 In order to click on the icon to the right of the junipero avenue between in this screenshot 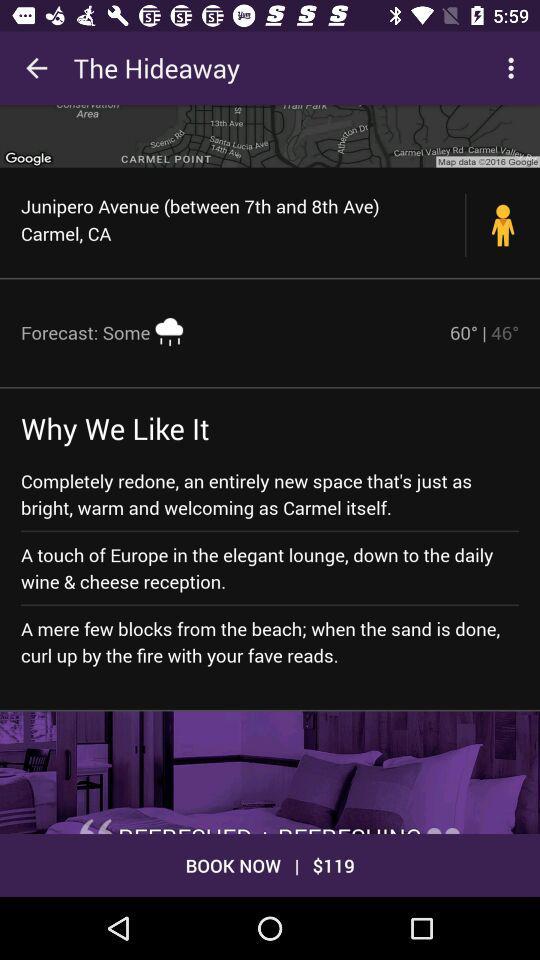, I will do `click(502, 225)`.